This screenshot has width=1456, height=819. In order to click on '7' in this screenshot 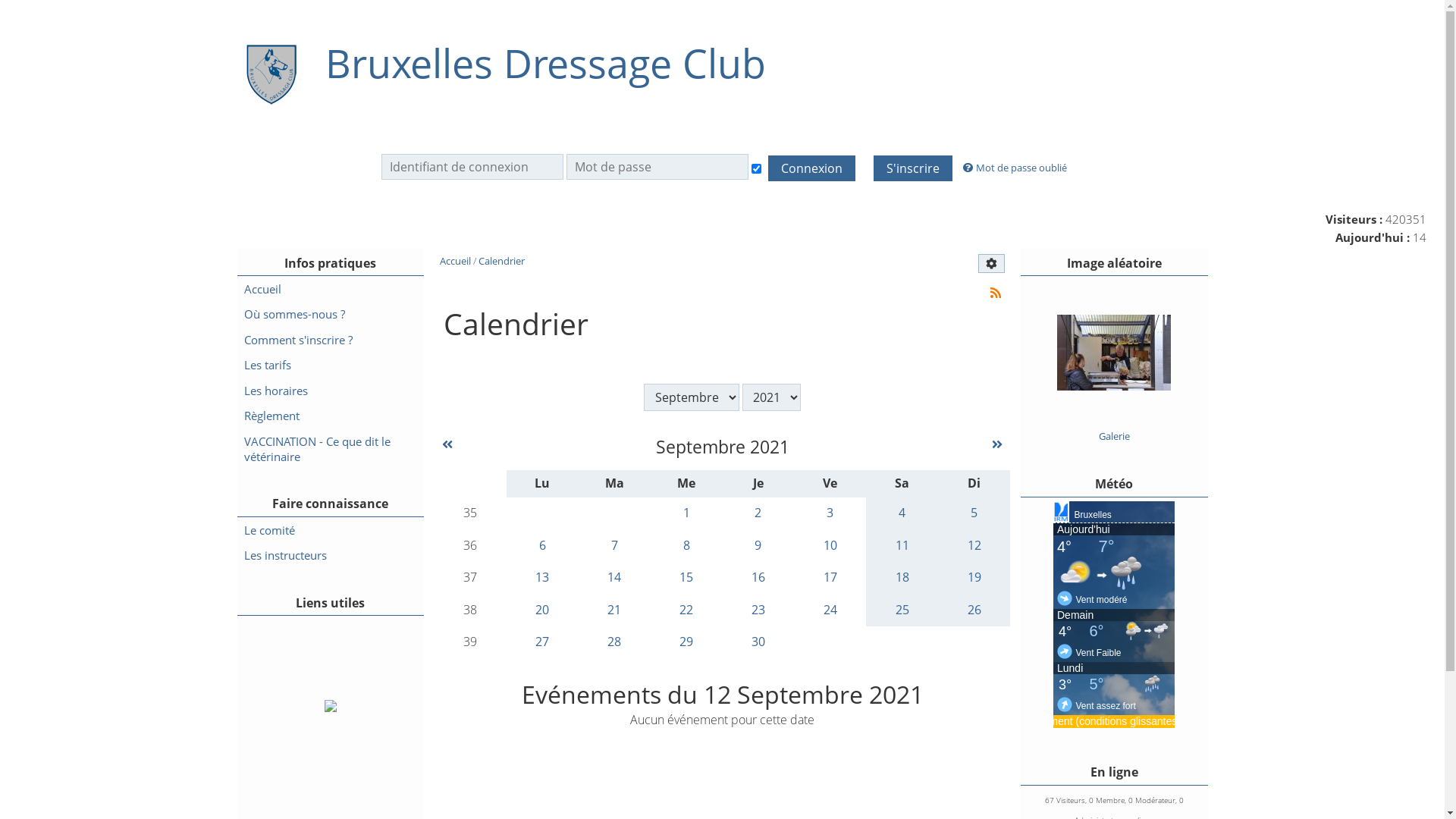, I will do `click(614, 544)`.